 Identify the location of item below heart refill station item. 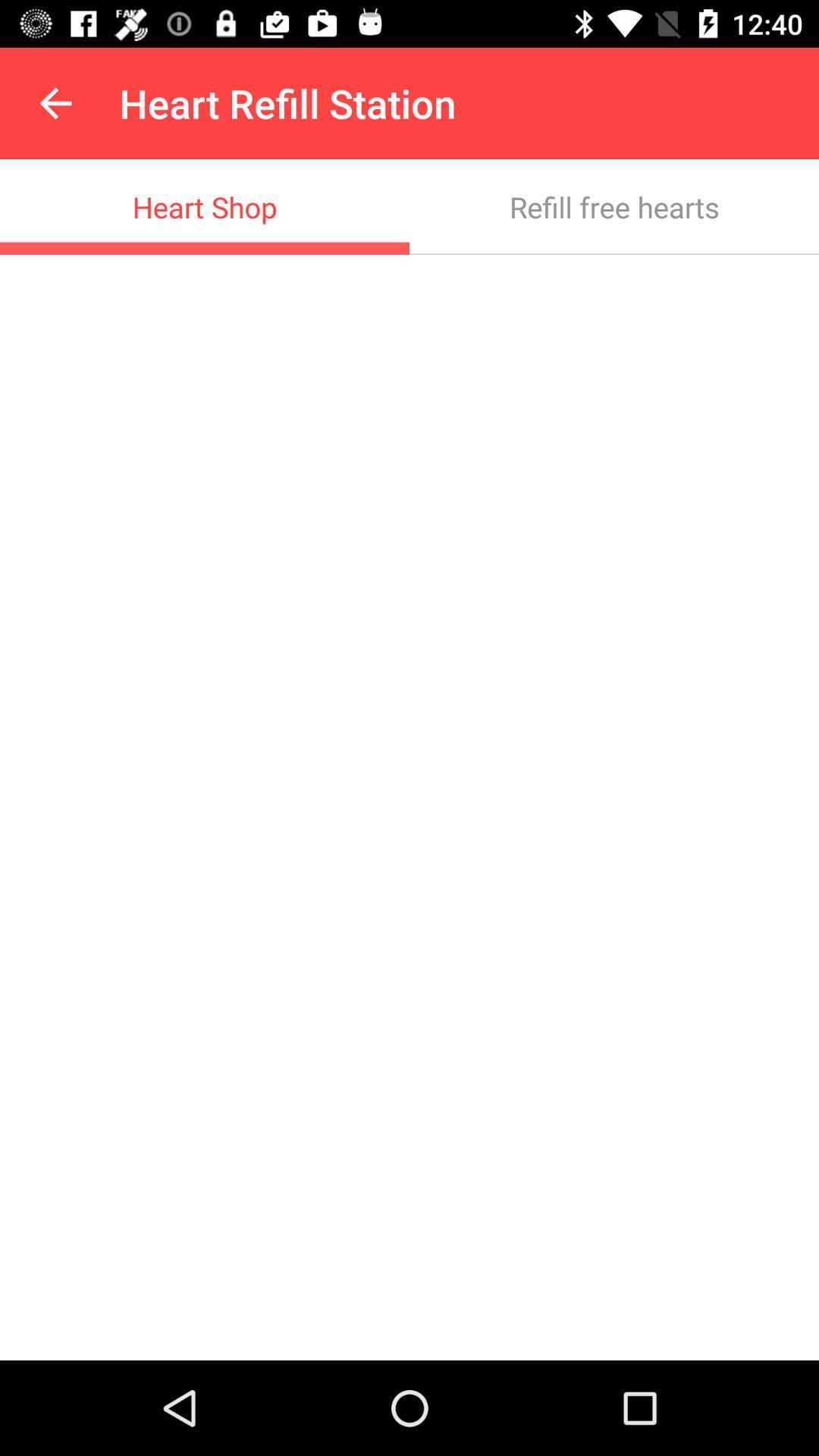
(614, 206).